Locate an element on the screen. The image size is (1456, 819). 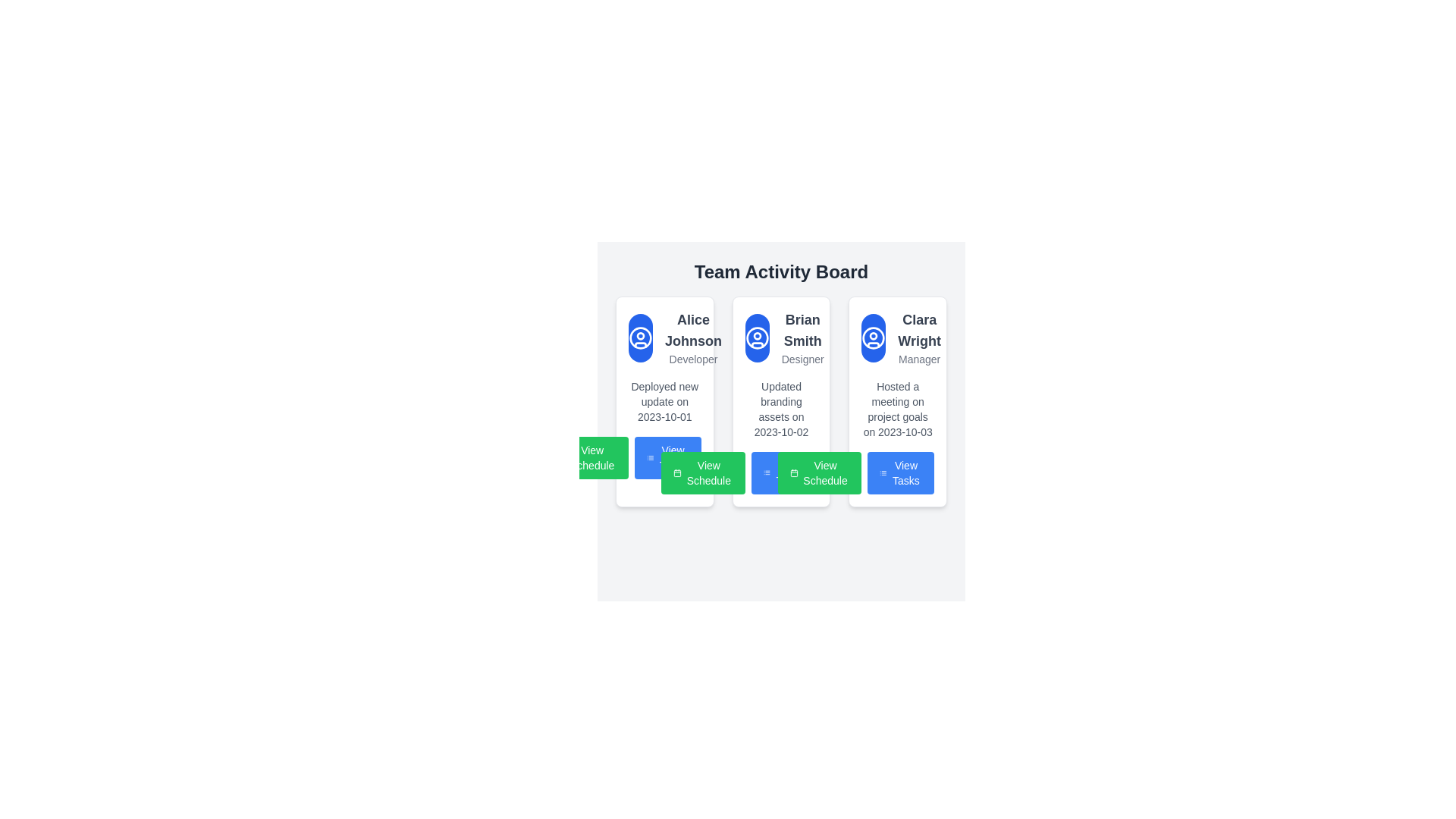
the Profile information display section that includes the avatar icon and the text 'Clara Wright' as the name and 'Manager' as the title is located at coordinates (898, 337).